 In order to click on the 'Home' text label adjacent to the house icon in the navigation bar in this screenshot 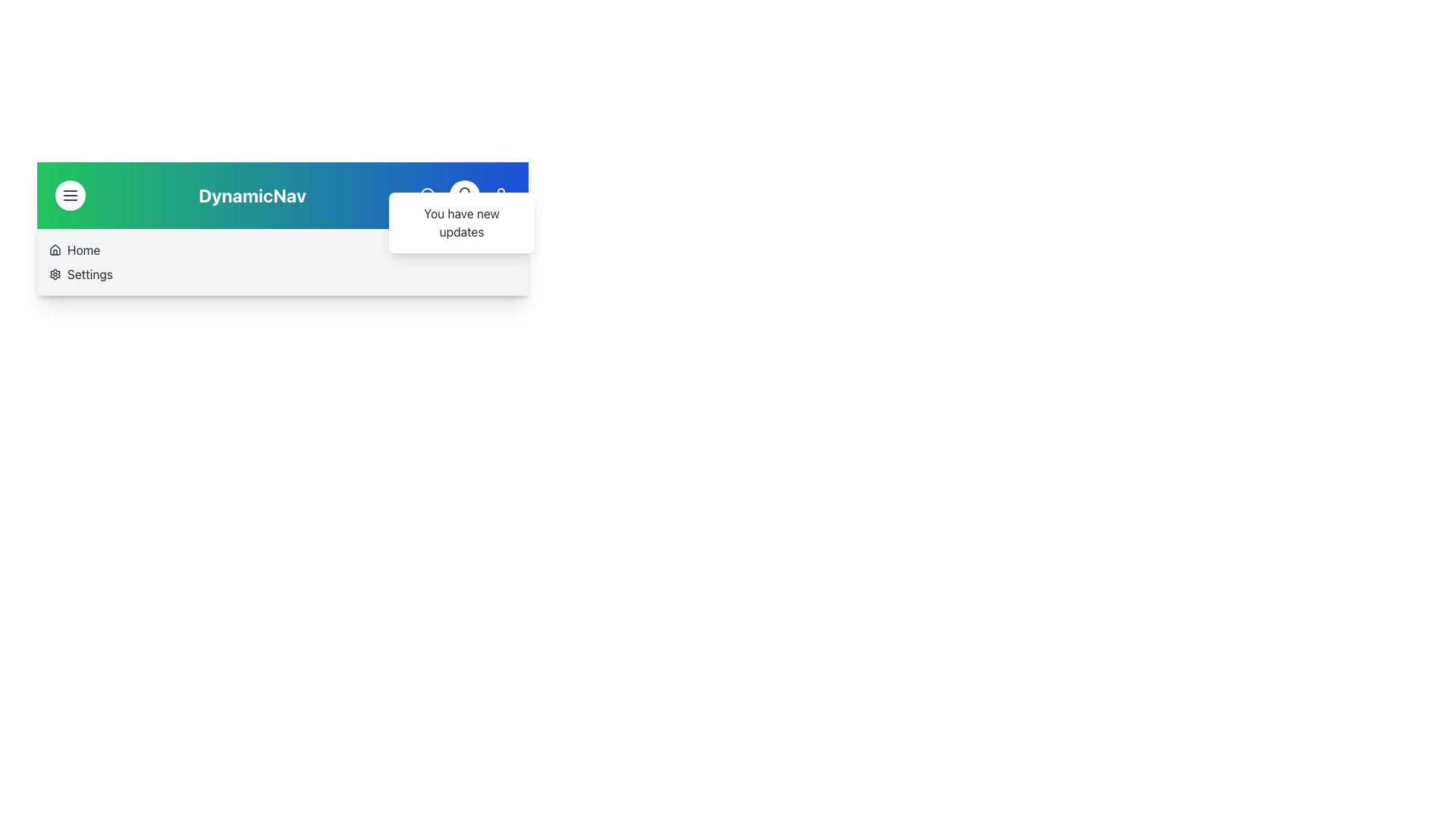, I will do `click(83, 249)`.